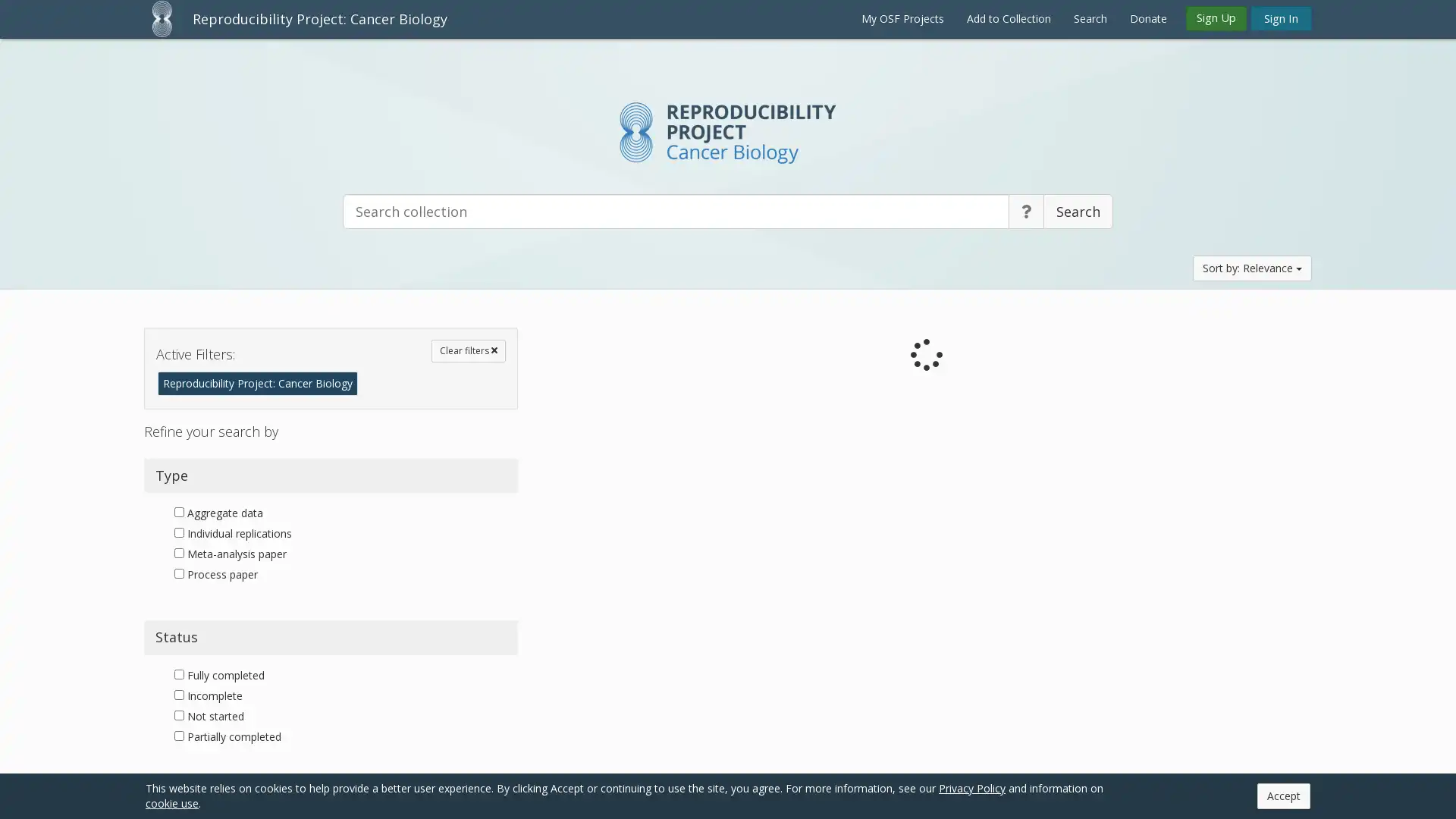  What do you see at coordinates (1283, 795) in the screenshot?
I see `Accept` at bounding box center [1283, 795].